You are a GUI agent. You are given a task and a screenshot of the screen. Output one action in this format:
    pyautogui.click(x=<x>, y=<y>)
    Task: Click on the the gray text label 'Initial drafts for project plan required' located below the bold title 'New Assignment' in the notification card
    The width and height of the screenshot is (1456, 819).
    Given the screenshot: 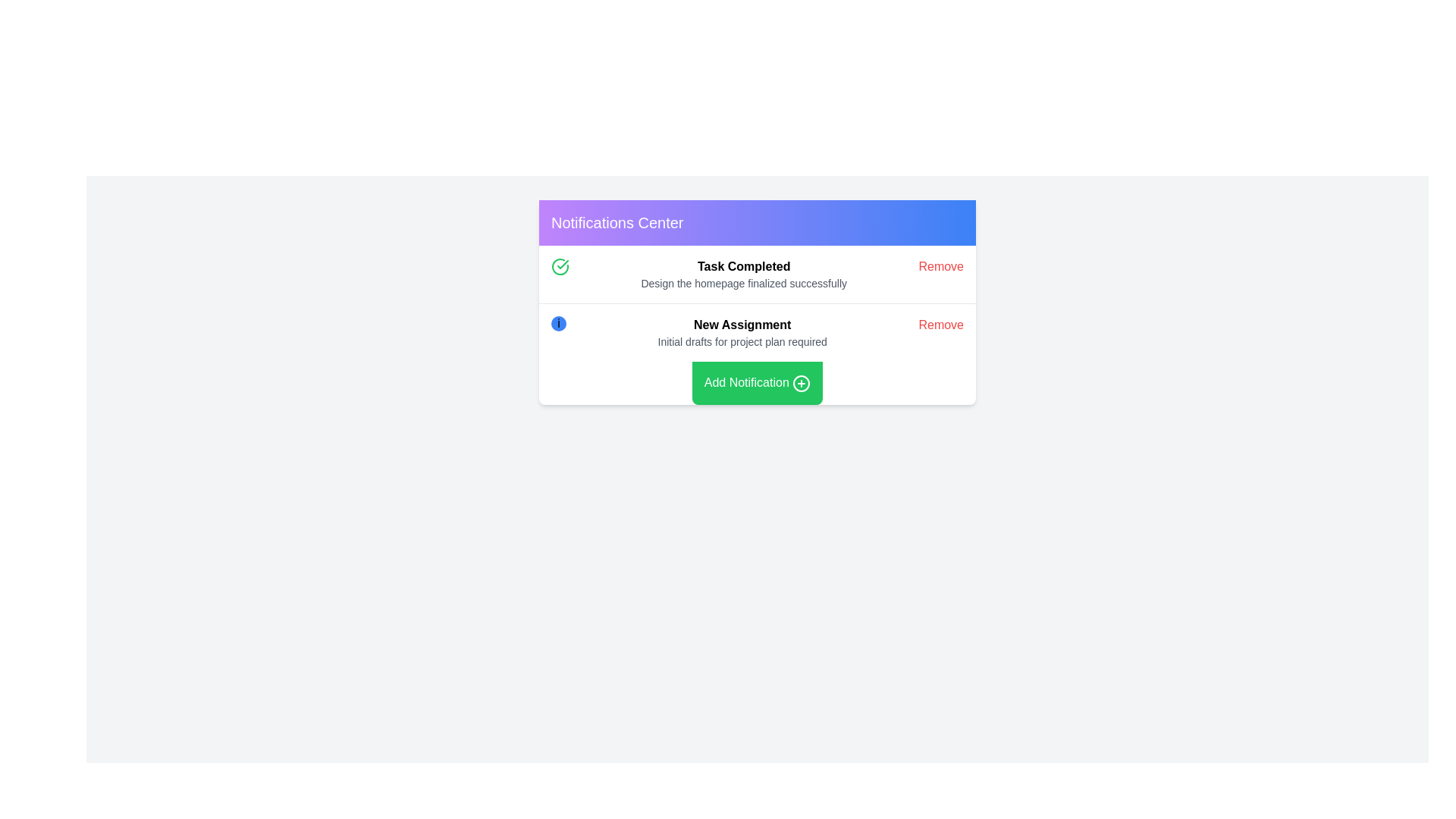 What is the action you would take?
    pyautogui.click(x=742, y=342)
    